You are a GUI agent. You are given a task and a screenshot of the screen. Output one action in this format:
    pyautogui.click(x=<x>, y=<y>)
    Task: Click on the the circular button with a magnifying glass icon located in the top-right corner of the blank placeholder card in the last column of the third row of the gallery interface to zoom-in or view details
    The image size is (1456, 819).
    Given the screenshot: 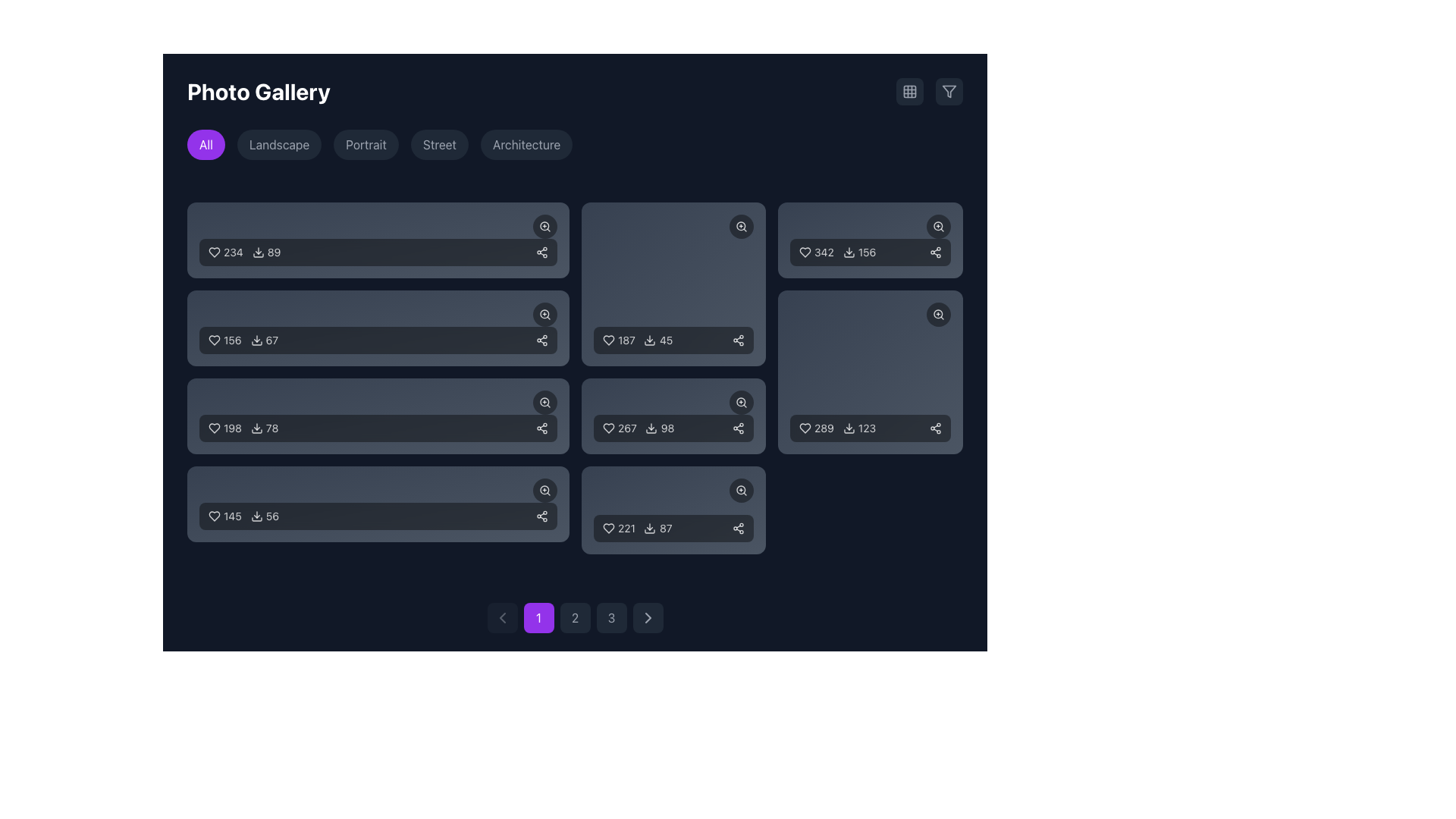 What is the action you would take?
    pyautogui.click(x=938, y=314)
    